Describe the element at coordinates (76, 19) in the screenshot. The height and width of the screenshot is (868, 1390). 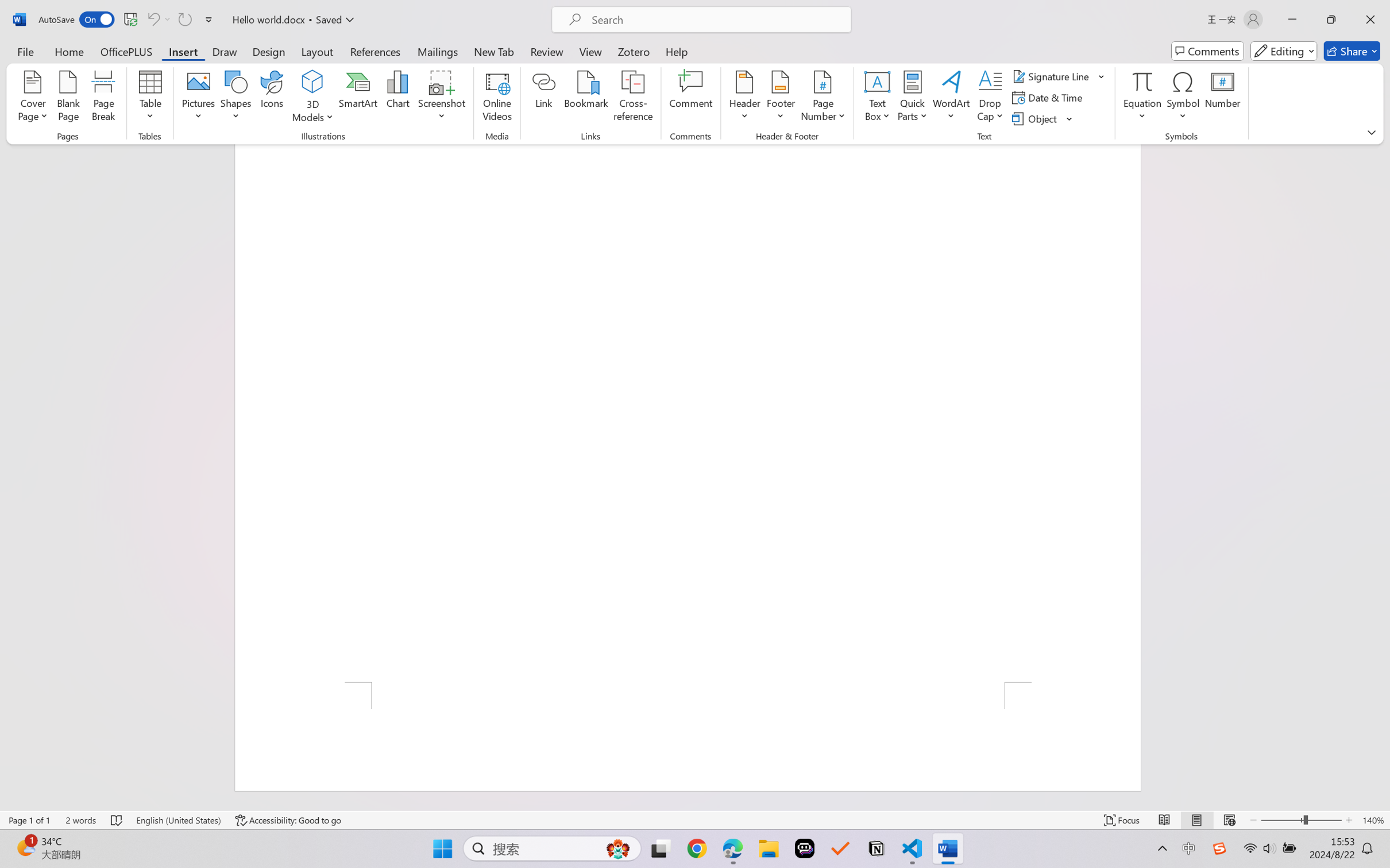
I see `'AutoSave'` at that location.